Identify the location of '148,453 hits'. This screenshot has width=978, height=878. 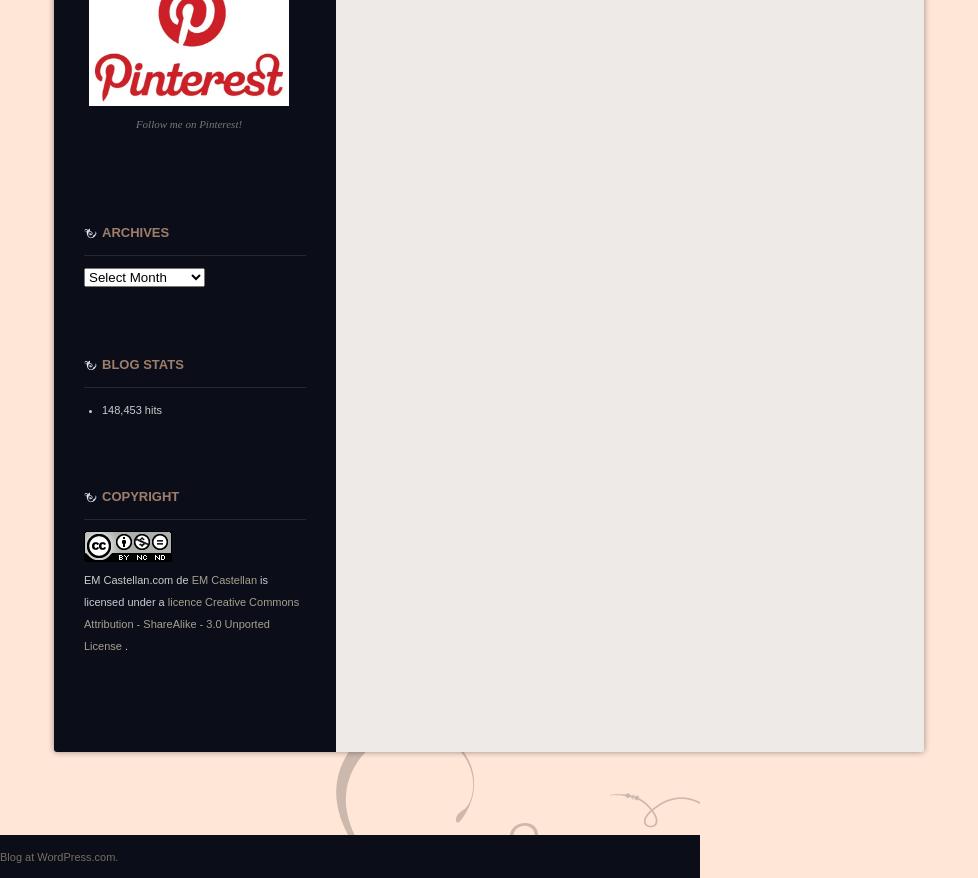
(102, 410).